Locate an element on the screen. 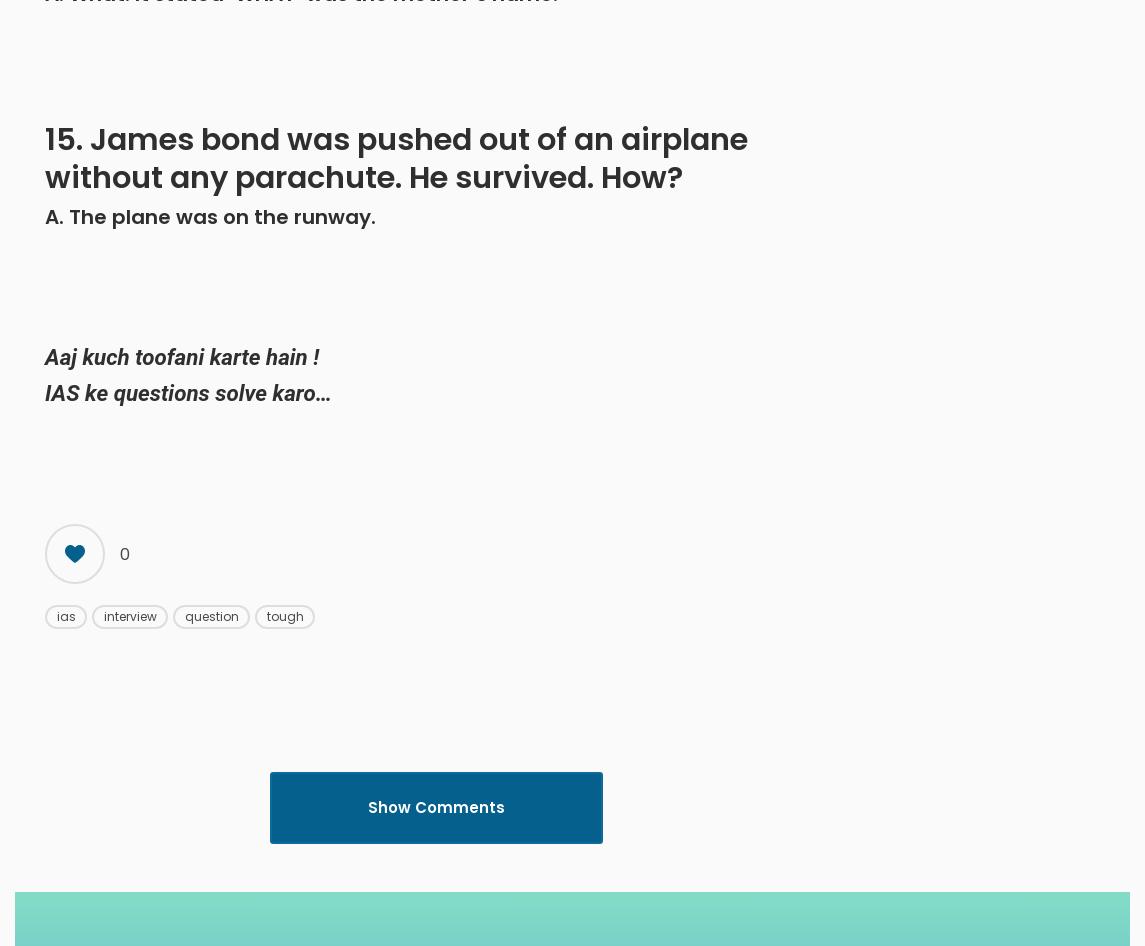 The height and width of the screenshot is (946, 1145). 'A. The plane was on the runway.' is located at coordinates (209, 215).